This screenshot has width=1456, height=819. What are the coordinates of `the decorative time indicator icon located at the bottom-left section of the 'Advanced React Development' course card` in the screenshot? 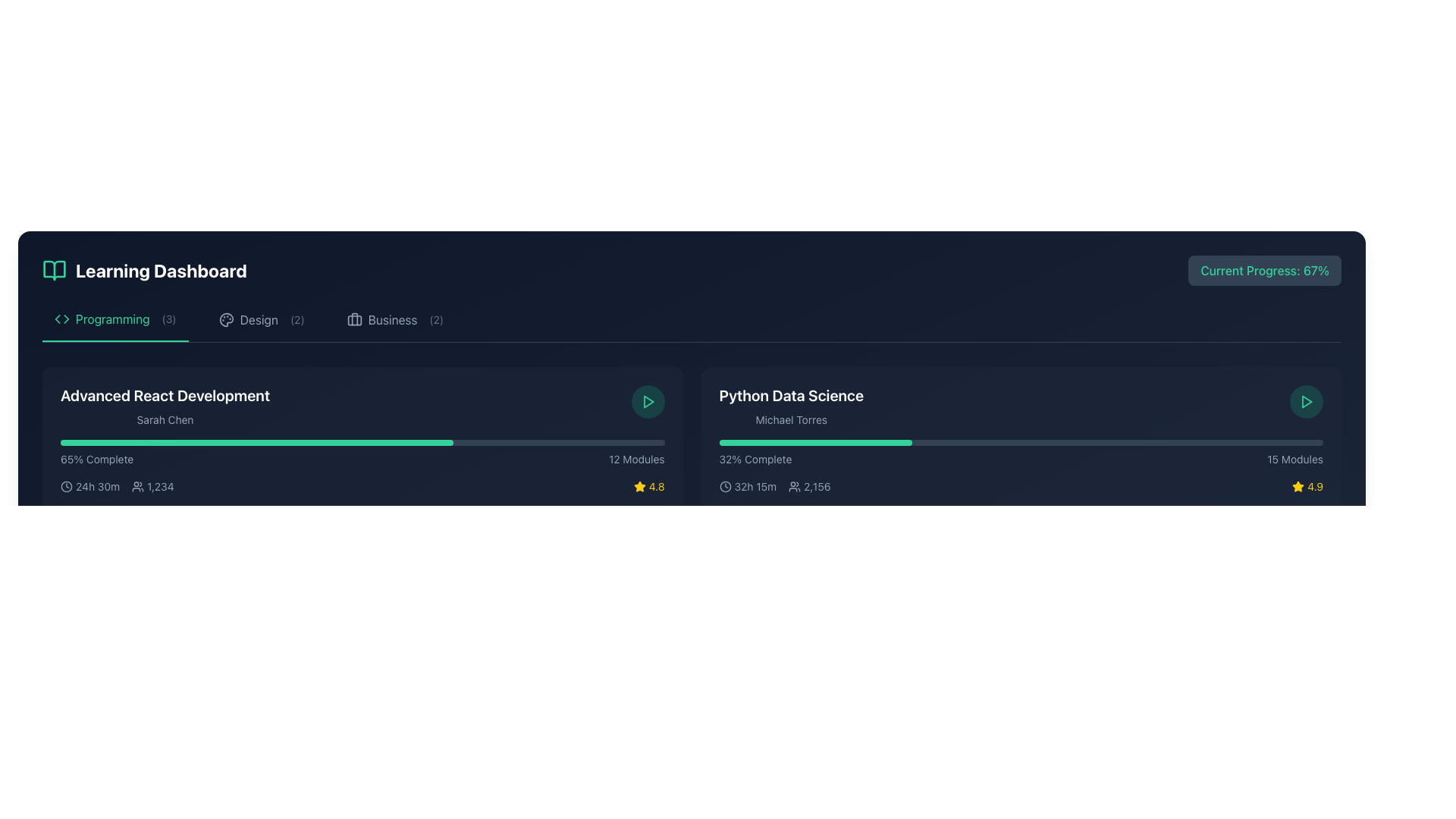 It's located at (65, 486).